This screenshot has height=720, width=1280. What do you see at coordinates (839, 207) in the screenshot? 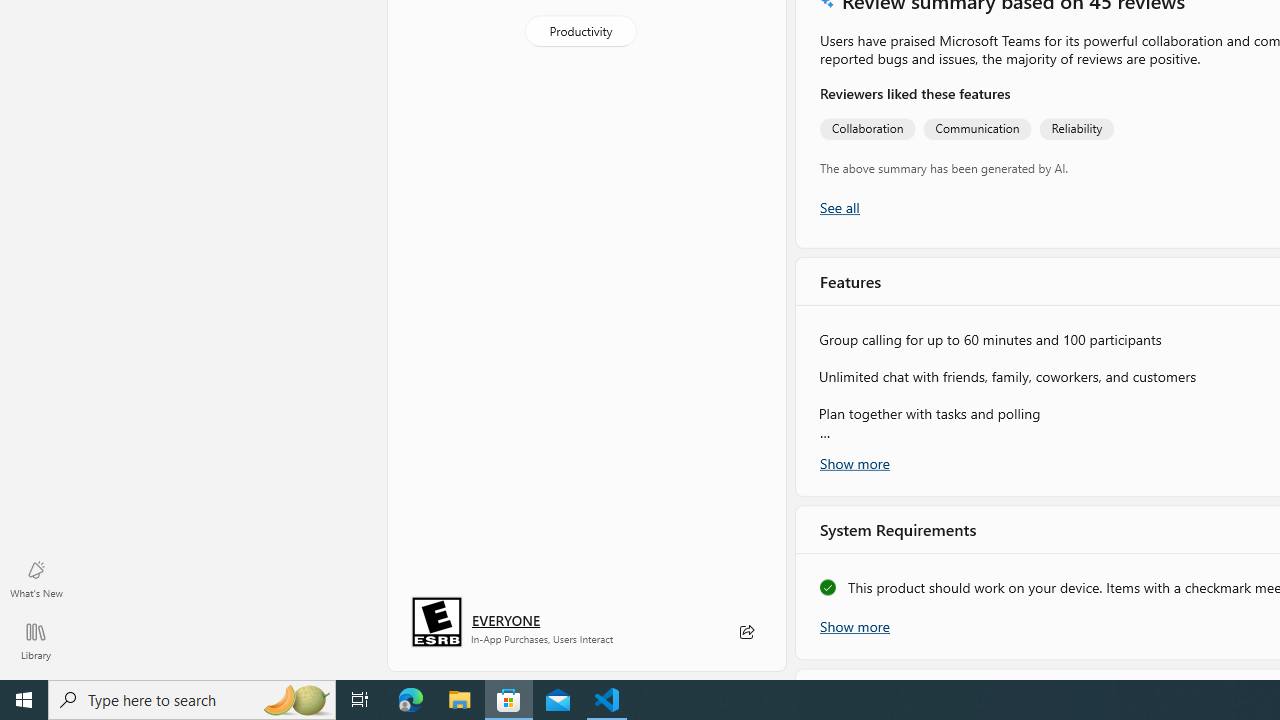
I see `'Show all ratings and reviews'` at bounding box center [839, 207].